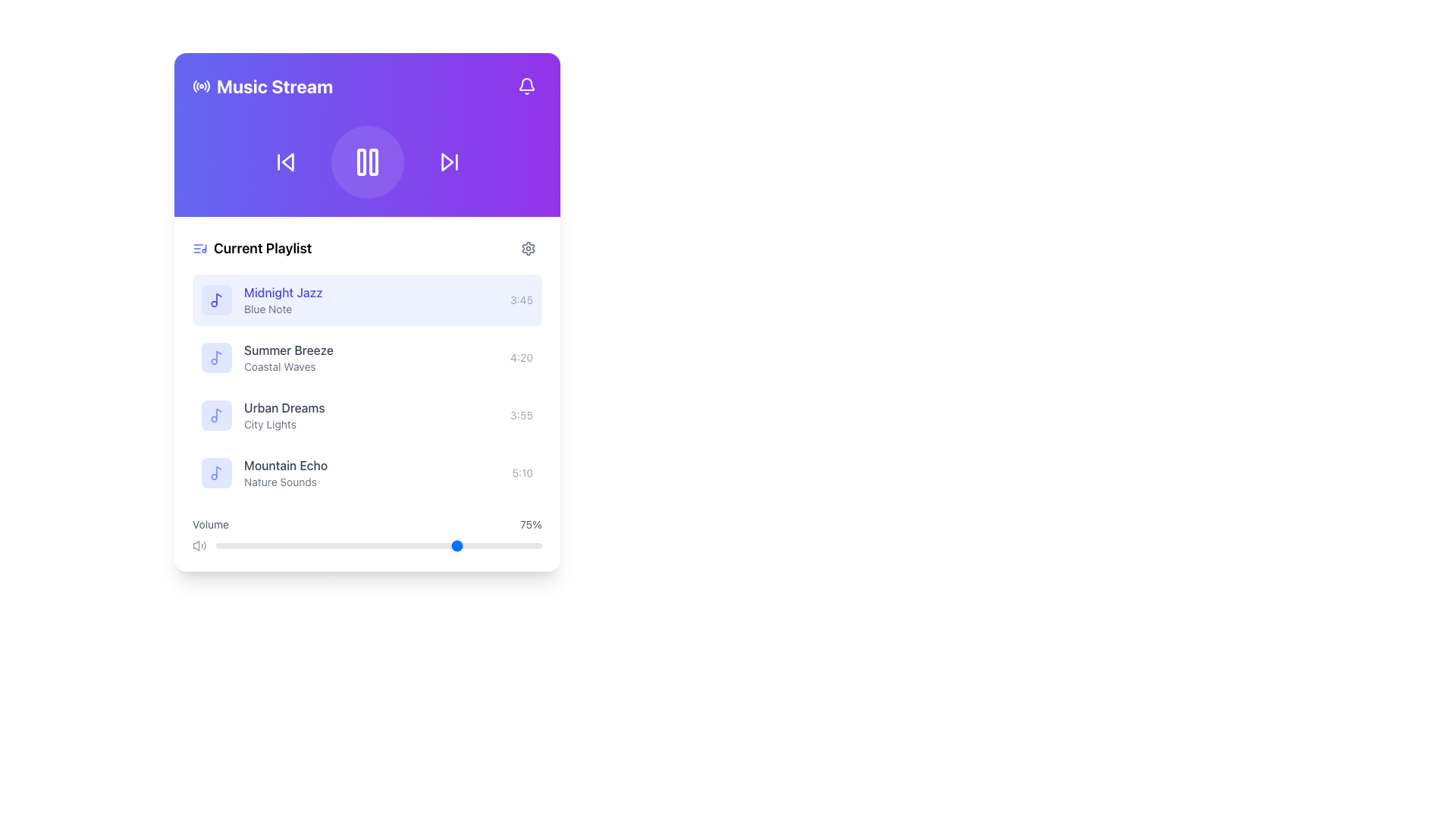 This screenshot has height=819, width=1456. I want to click on the settings icon located at the top-right corner of the 'Current Playlist' area, so click(528, 247).